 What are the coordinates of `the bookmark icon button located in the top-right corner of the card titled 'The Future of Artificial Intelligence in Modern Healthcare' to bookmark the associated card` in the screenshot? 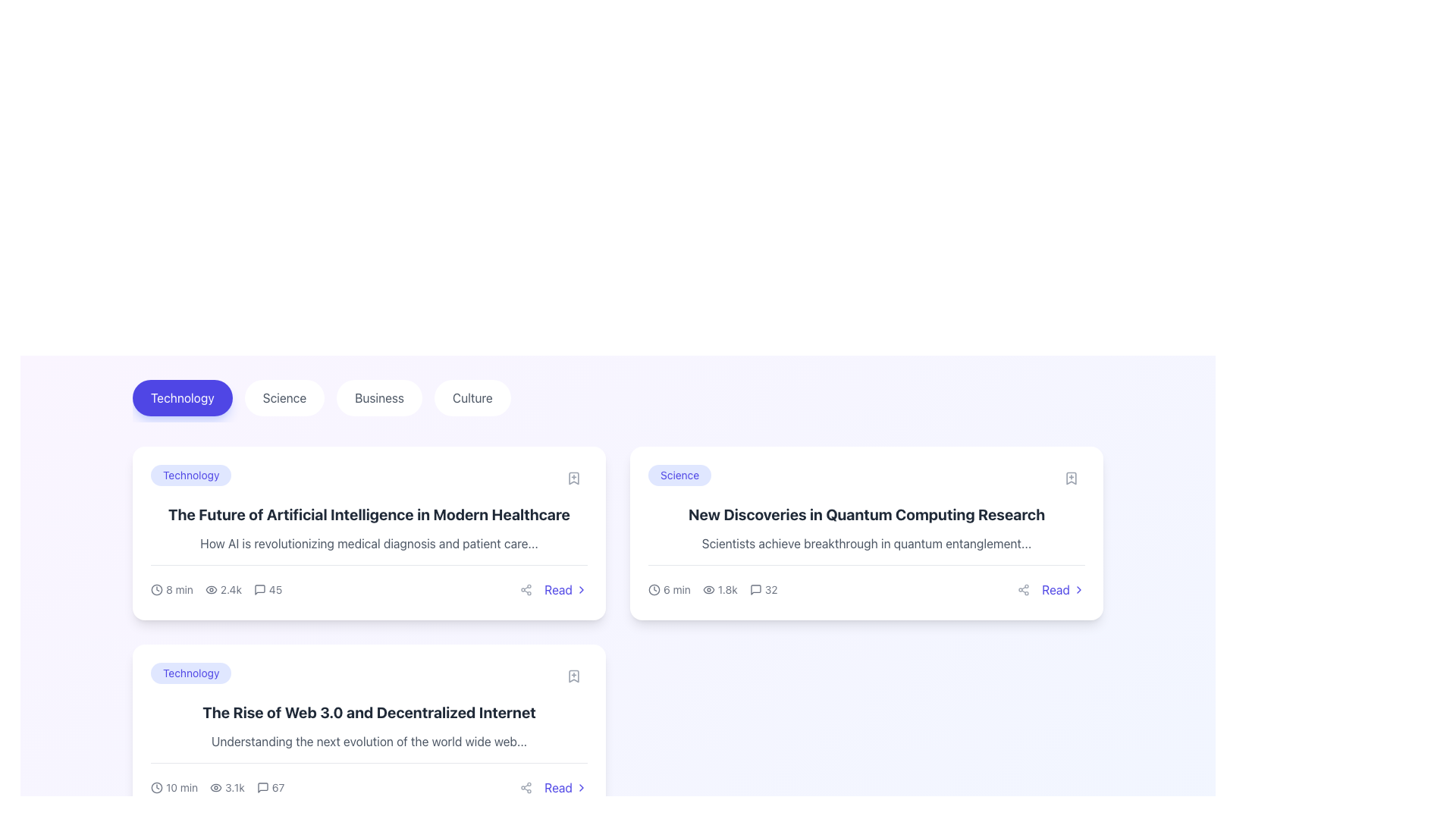 It's located at (573, 479).